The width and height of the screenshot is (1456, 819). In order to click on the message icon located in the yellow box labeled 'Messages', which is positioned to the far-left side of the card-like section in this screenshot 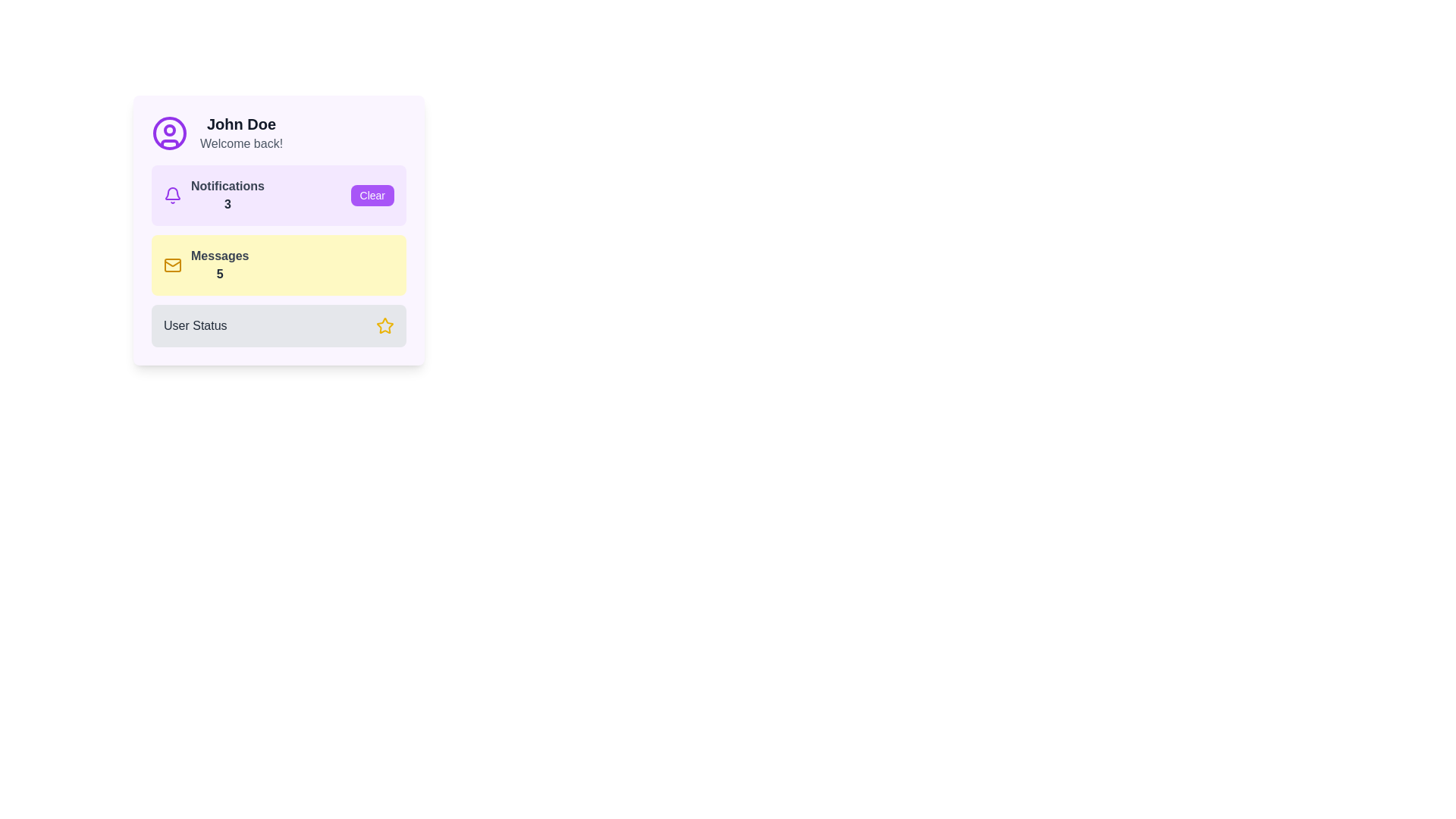, I will do `click(172, 265)`.